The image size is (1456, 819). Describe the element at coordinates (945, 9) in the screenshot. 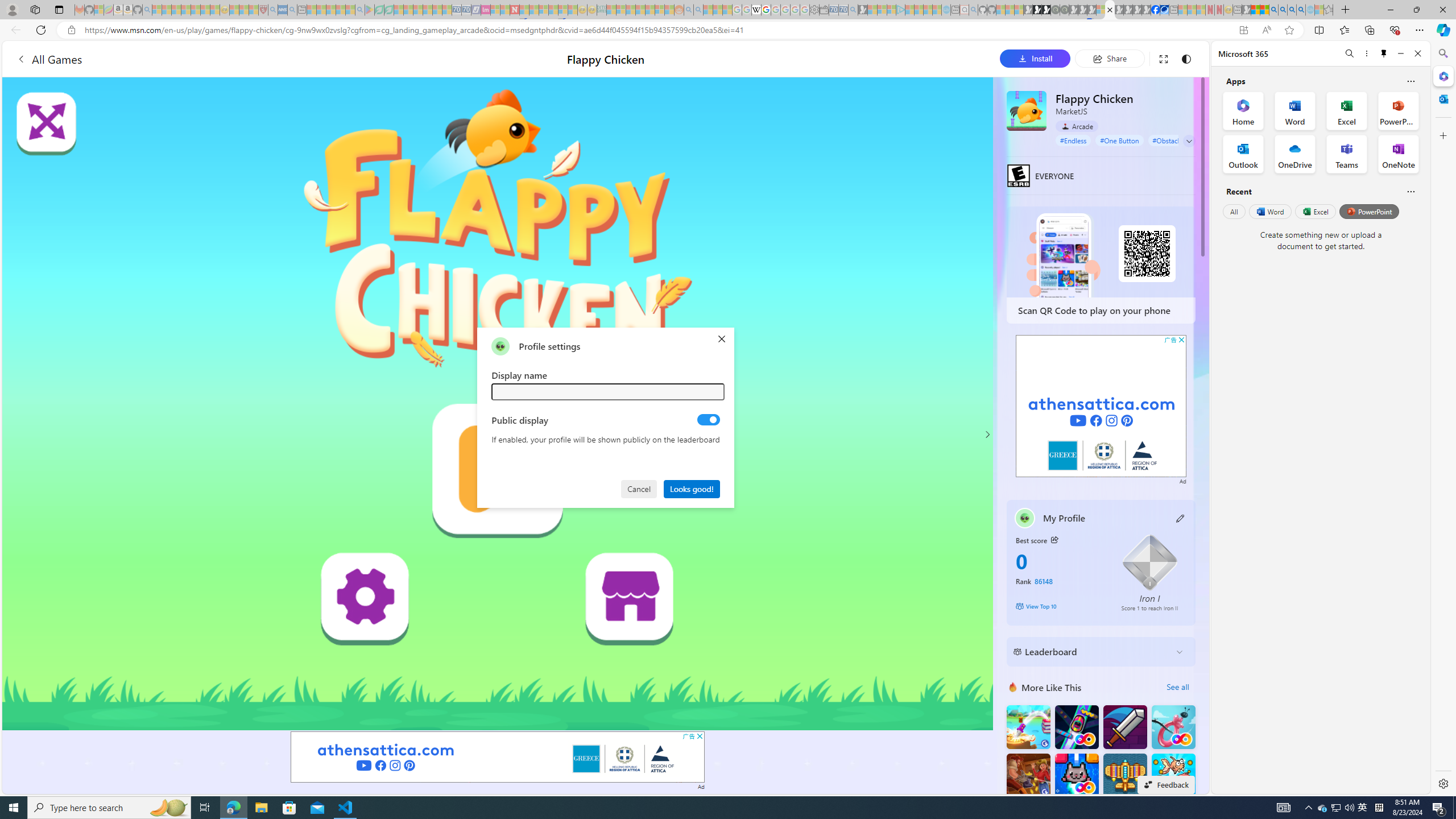

I see `'Home | Sky Blue Bikes - Sky Blue Bikes - Sleeping'` at that location.